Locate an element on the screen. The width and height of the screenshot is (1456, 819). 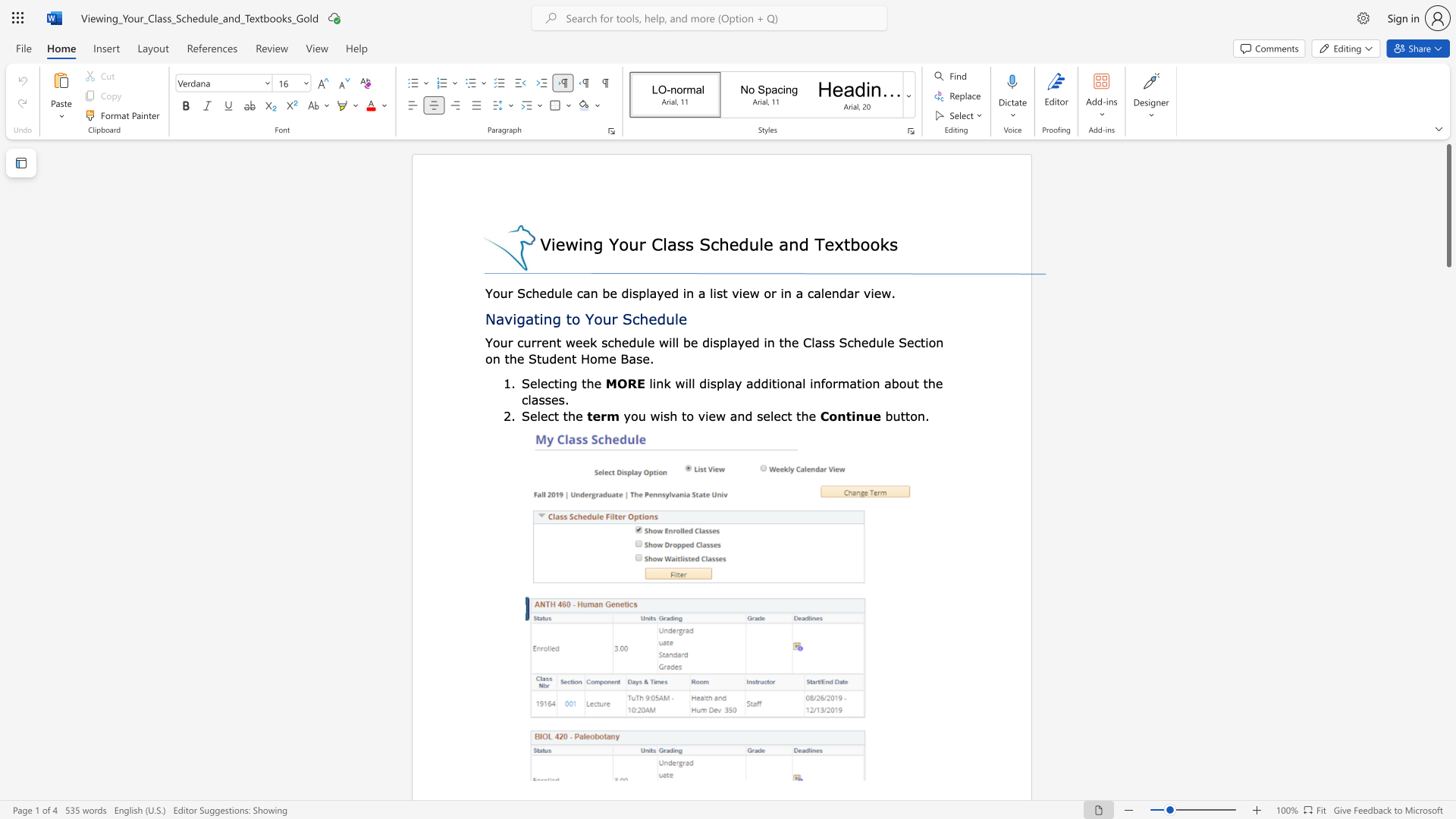
the scrollbar on the right to move the page downward is located at coordinates (1448, 454).